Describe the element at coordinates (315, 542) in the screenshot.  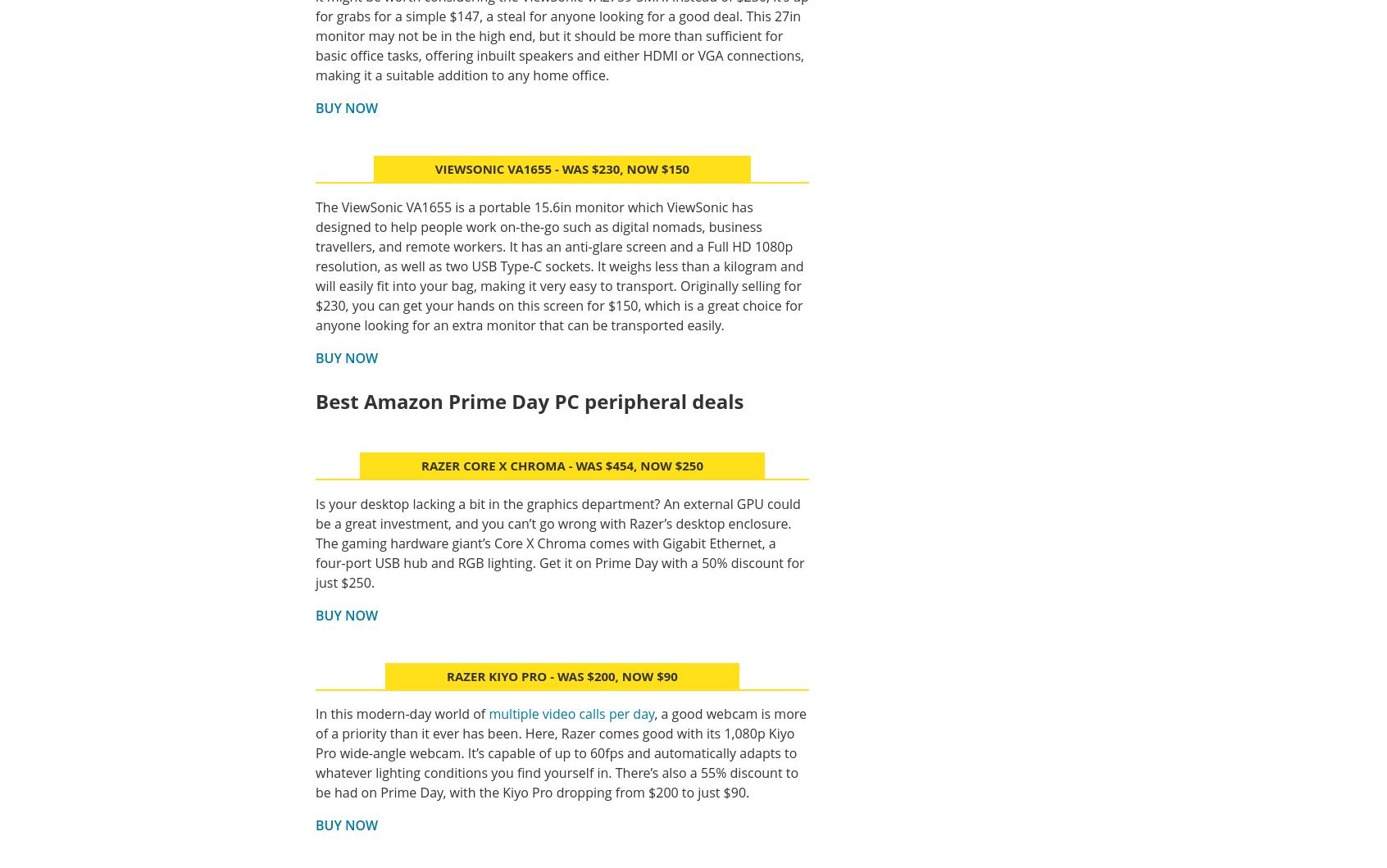
I see `'Is your desktop lacking a bit in the graphics department? An external GPU could be a great investment, and you can’t go wrong with Razer’s desktop enclosure. The gaming hardware giant’s Core X Chroma comes with Gigabit Ethernet, a four-port USB hub and RGB lighting. Get it on Prime Day with a 50% discount for just $250.'` at that location.